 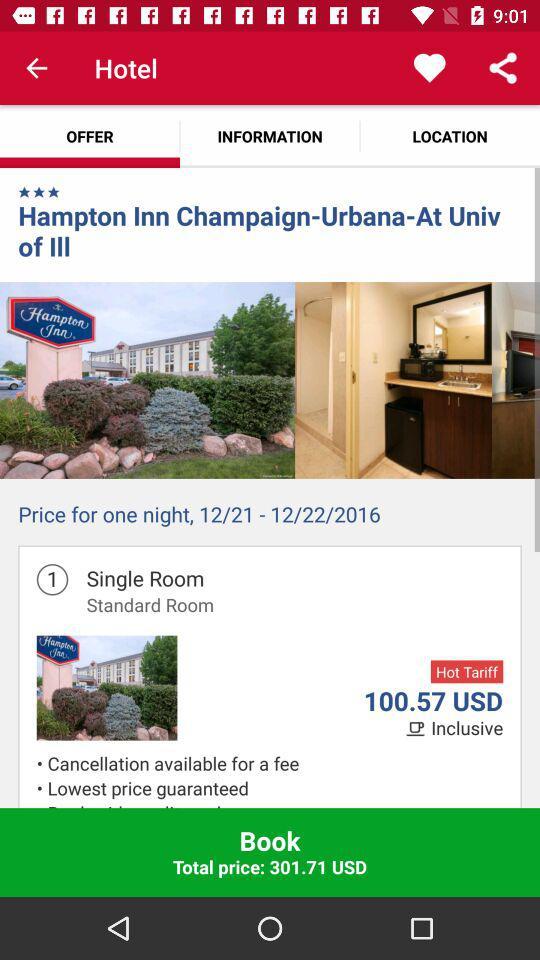 What do you see at coordinates (54, 192) in the screenshot?
I see `icon above the hampton inn champaign icon` at bounding box center [54, 192].